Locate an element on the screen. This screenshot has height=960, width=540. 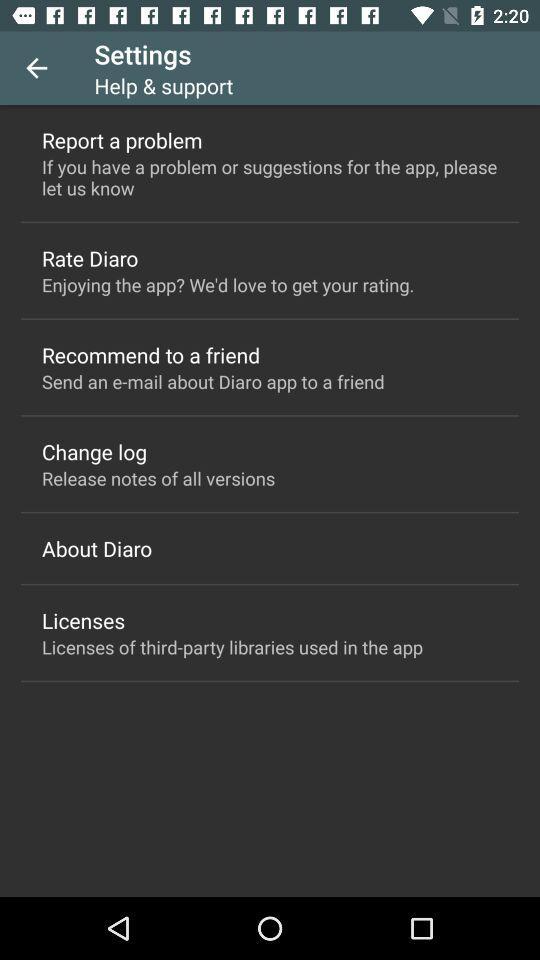
the icon below the send an e icon is located at coordinates (93, 451).